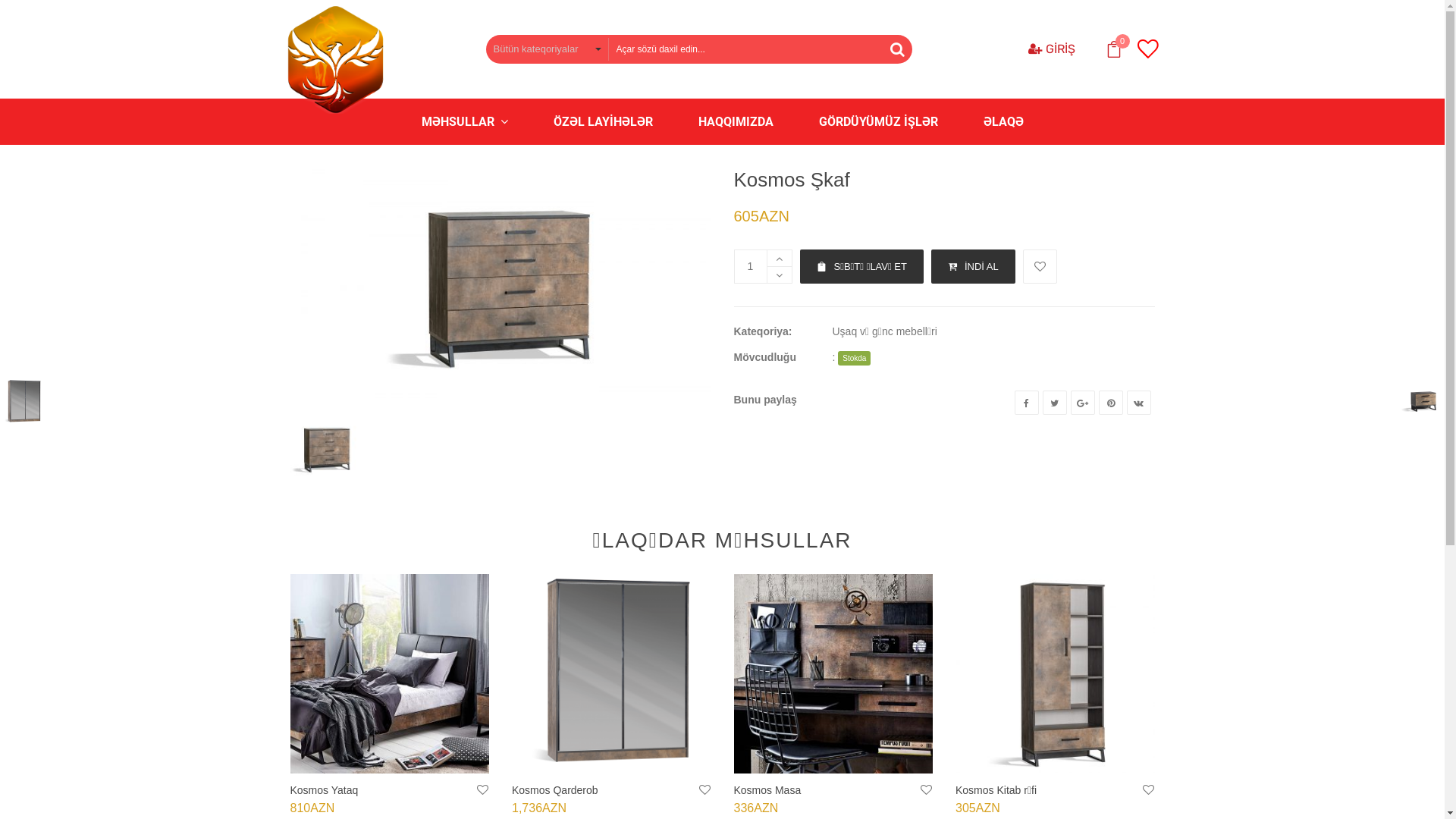 The height and width of the screenshot is (819, 1456). What do you see at coordinates (323, 789) in the screenshot?
I see `'Kosmos Yataq'` at bounding box center [323, 789].